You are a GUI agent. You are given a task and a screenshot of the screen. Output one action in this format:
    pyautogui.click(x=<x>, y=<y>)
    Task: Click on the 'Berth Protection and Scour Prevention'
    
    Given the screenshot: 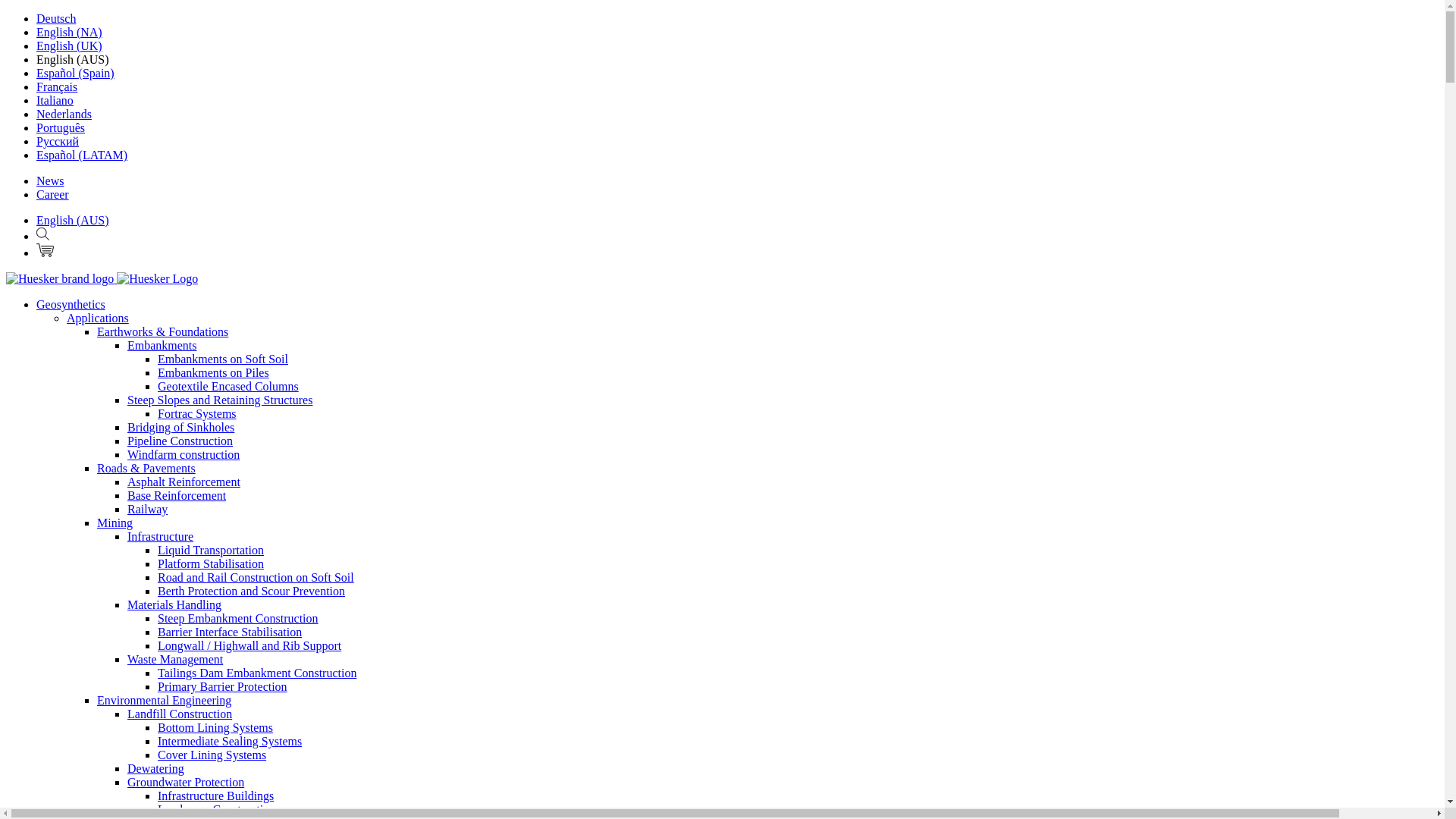 What is the action you would take?
    pyautogui.click(x=157, y=590)
    